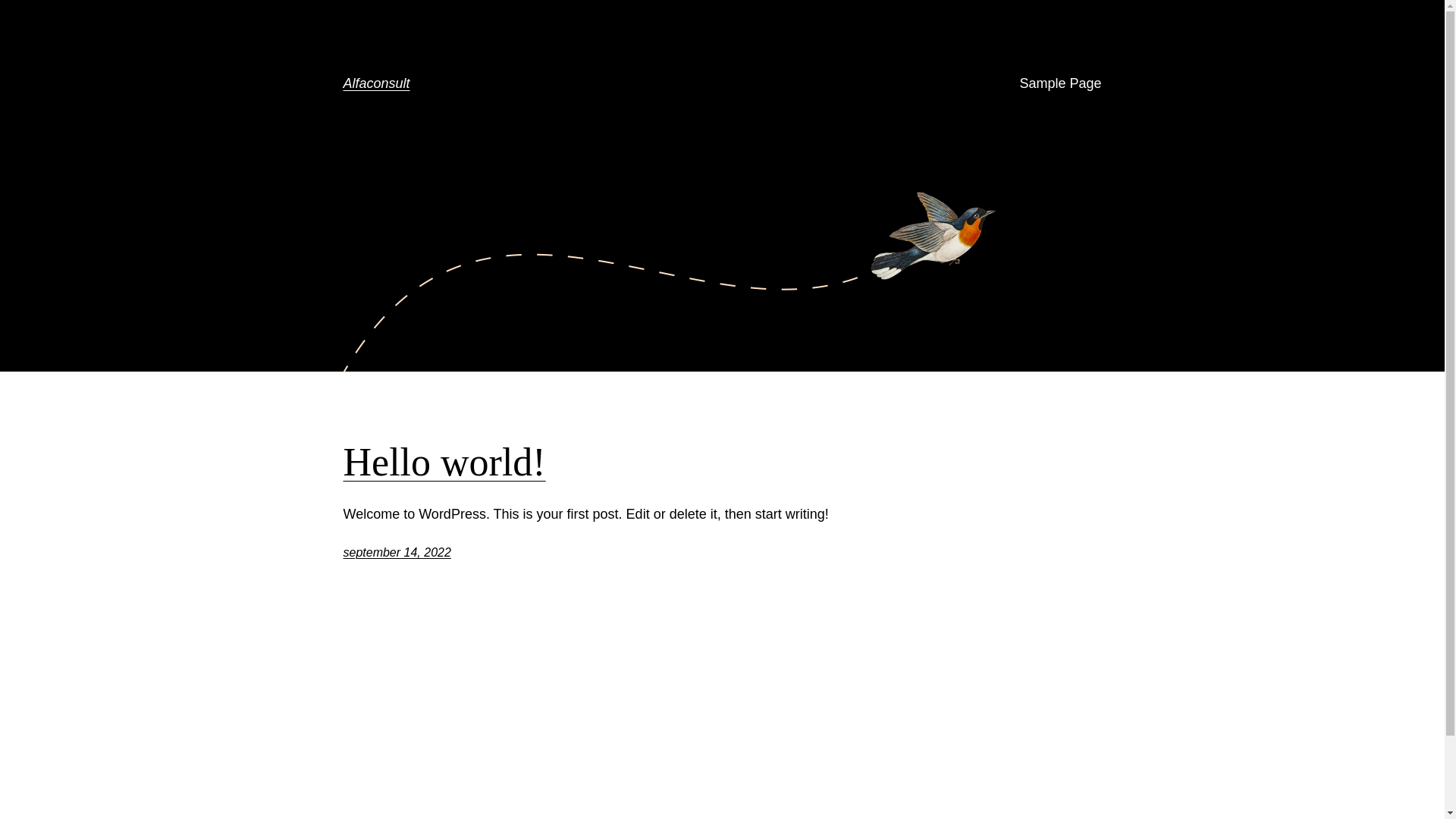 The image size is (1456, 819). I want to click on 'Alfaconsult', so click(341, 83).